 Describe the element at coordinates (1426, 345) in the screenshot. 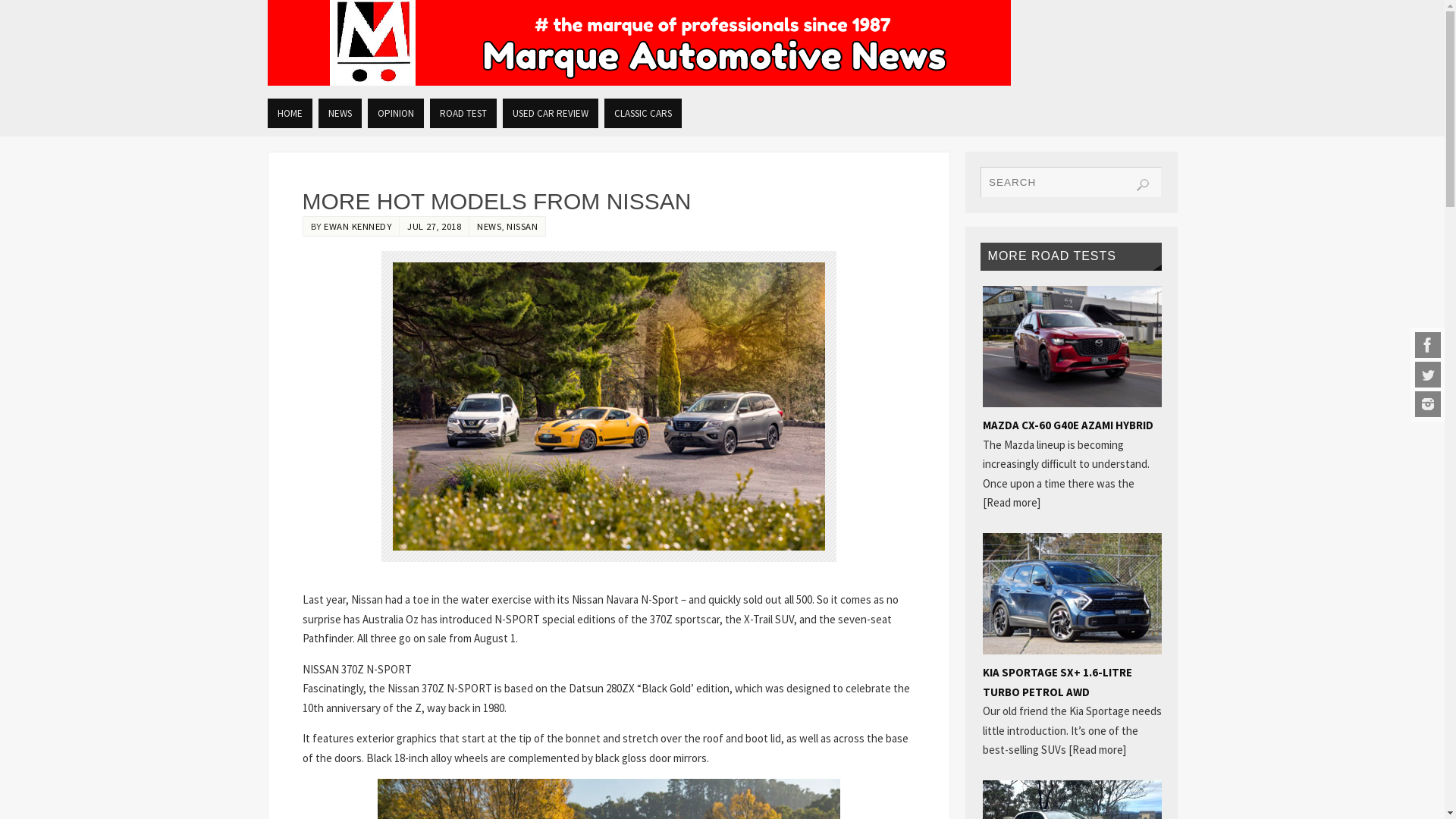

I see `'Facebook'` at that location.